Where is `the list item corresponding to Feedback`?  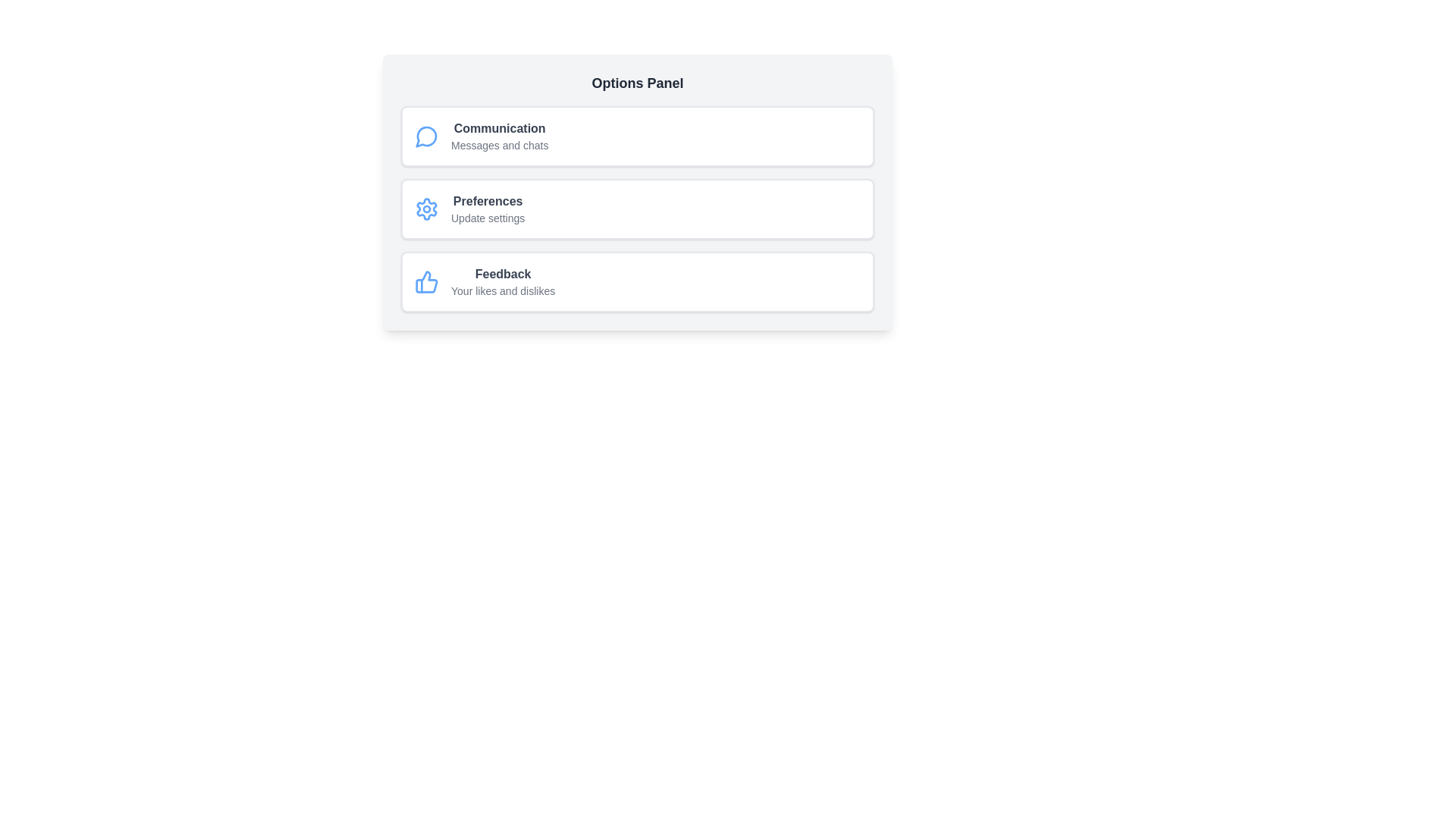
the list item corresponding to Feedback is located at coordinates (637, 281).